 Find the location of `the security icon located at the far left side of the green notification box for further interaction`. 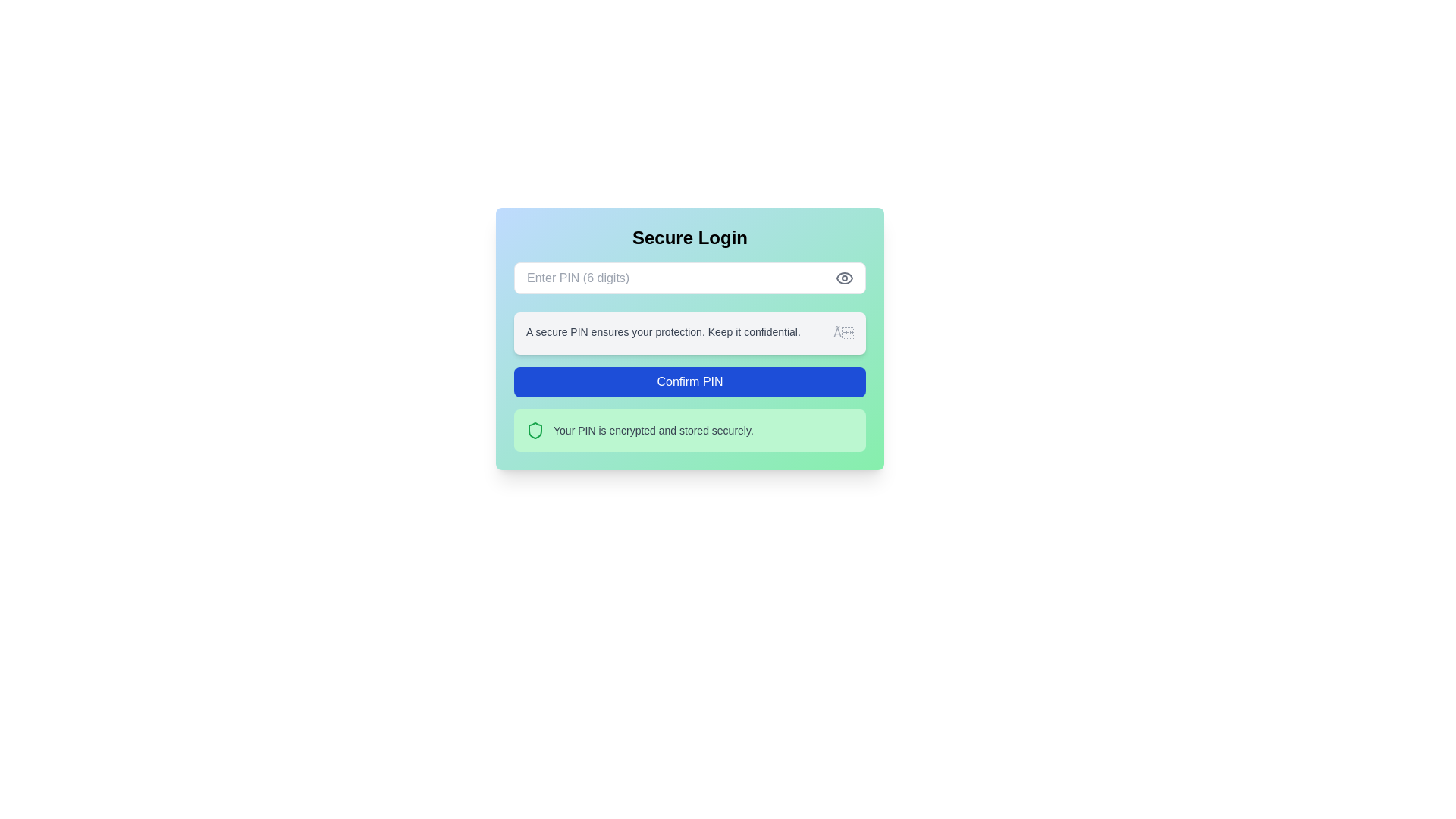

the security icon located at the far left side of the green notification box for further interaction is located at coordinates (535, 430).